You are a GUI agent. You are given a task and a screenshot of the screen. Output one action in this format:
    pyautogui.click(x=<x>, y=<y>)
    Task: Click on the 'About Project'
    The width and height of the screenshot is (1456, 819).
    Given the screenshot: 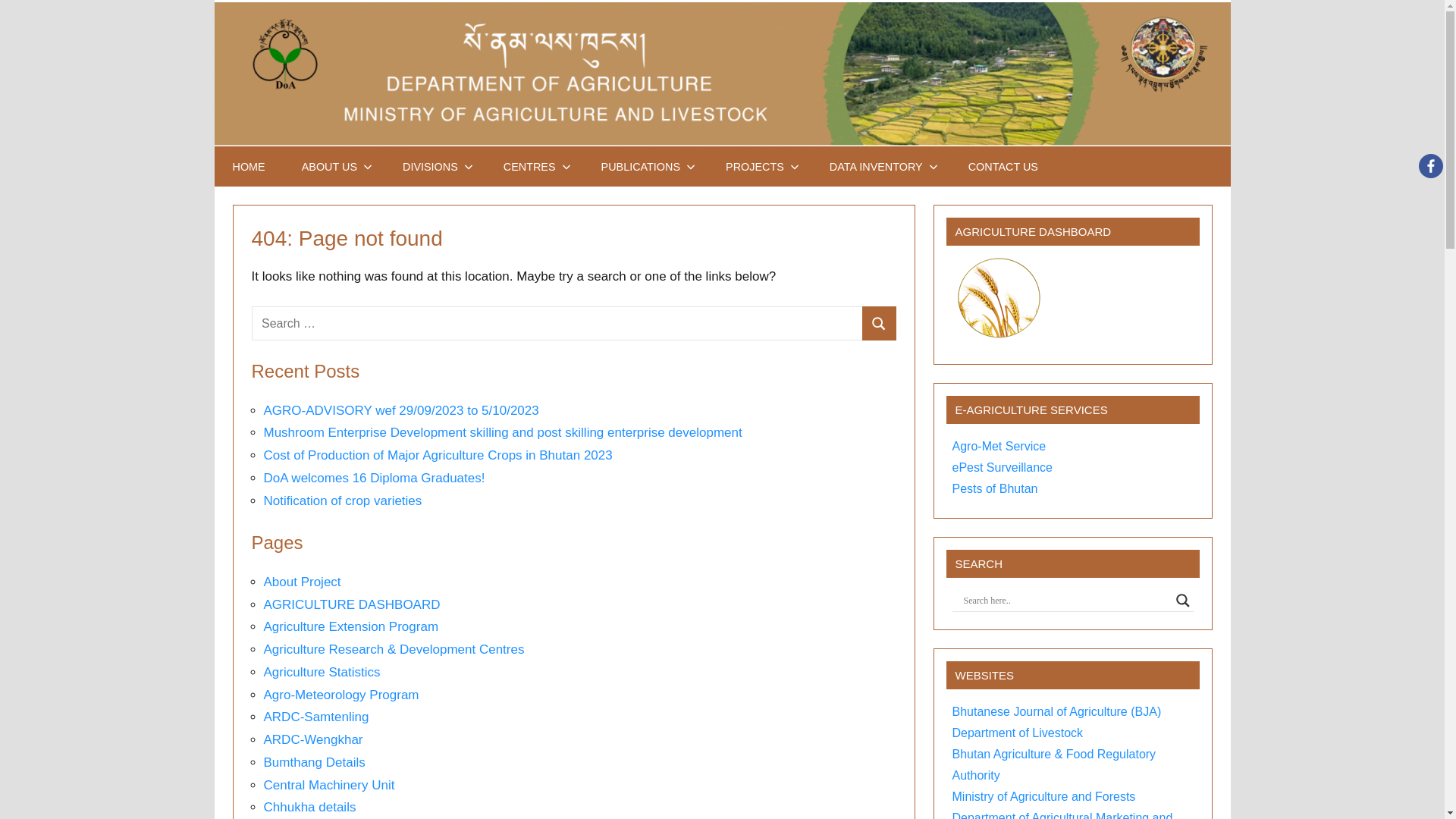 What is the action you would take?
    pyautogui.click(x=302, y=581)
    